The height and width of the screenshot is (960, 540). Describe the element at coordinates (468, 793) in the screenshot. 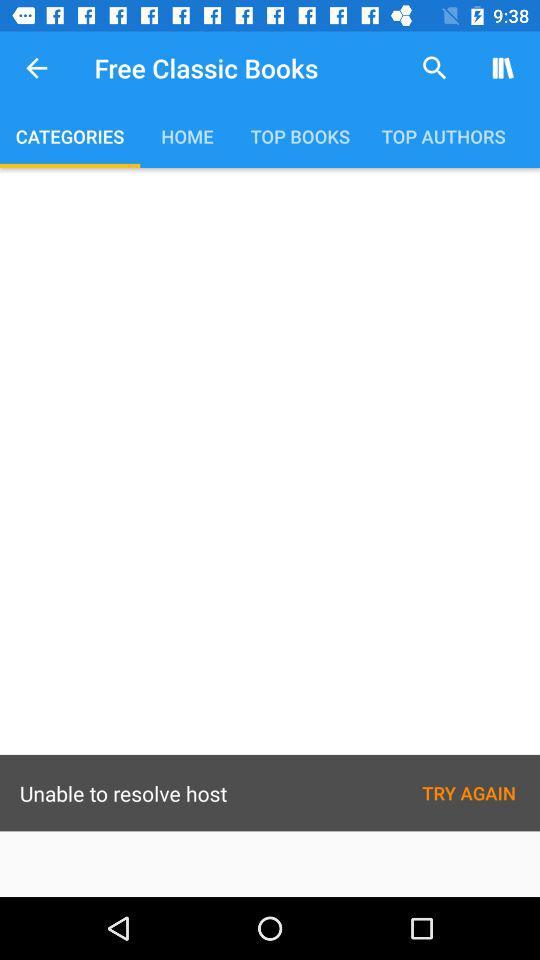

I see `the text try again` at that location.